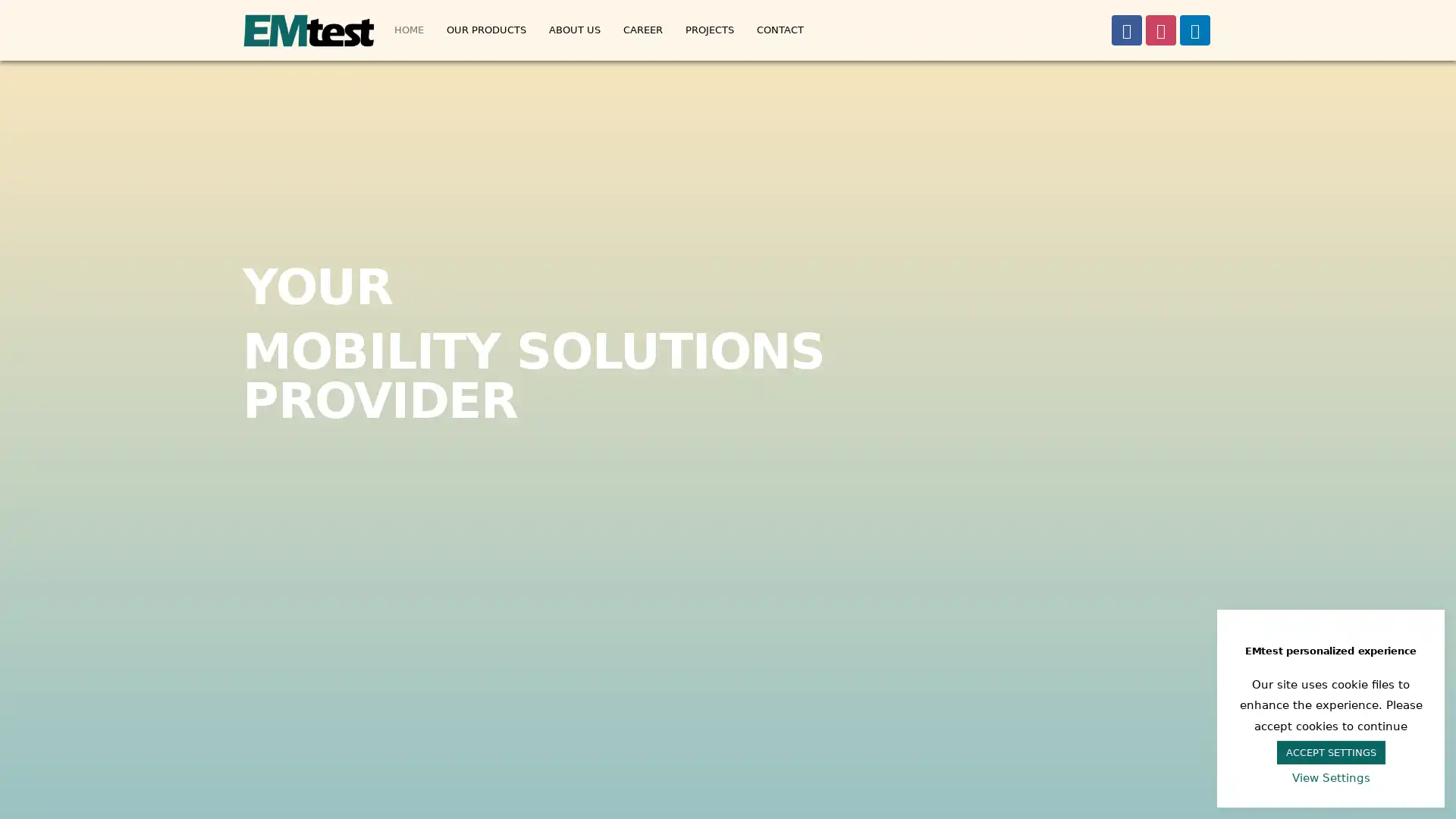 This screenshot has height=819, width=1456. What do you see at coordinates (1329, 752) in the screenshot?
I see `ACCEPT SETTINGS` at bounding box center [1329, 752].